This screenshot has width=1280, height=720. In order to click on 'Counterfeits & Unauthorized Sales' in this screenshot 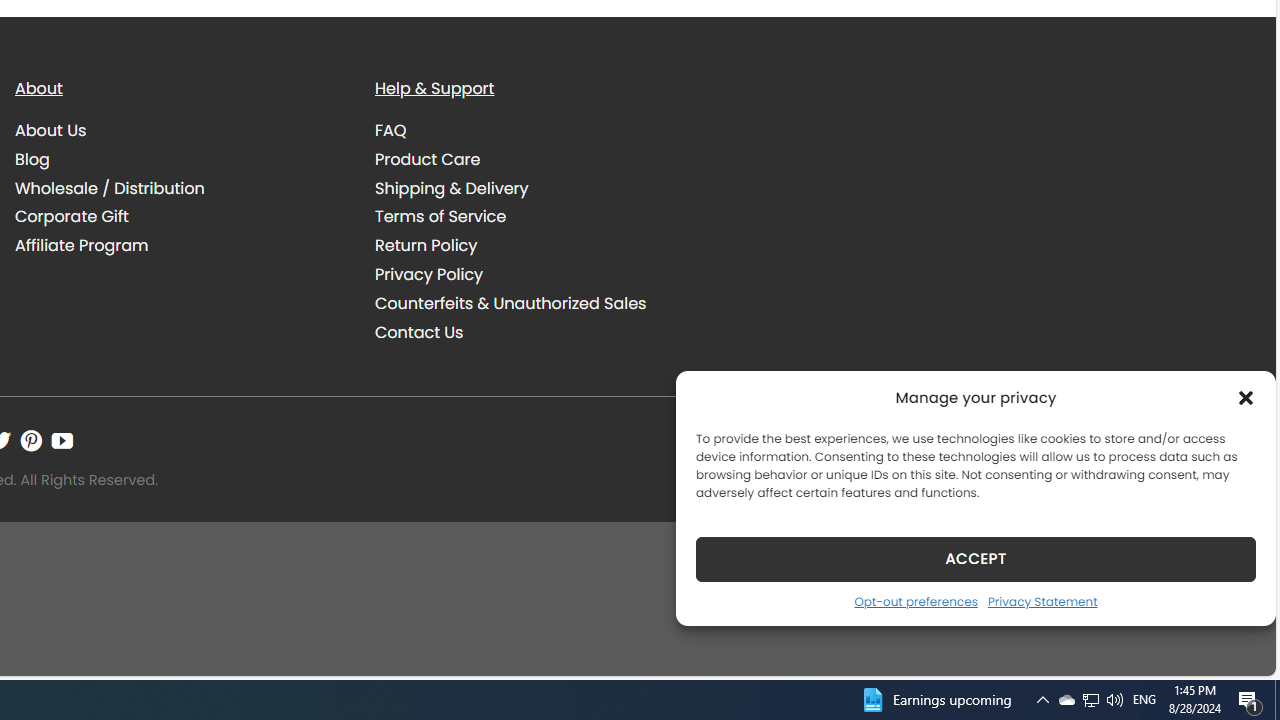, I will do `click(540, 303)`.